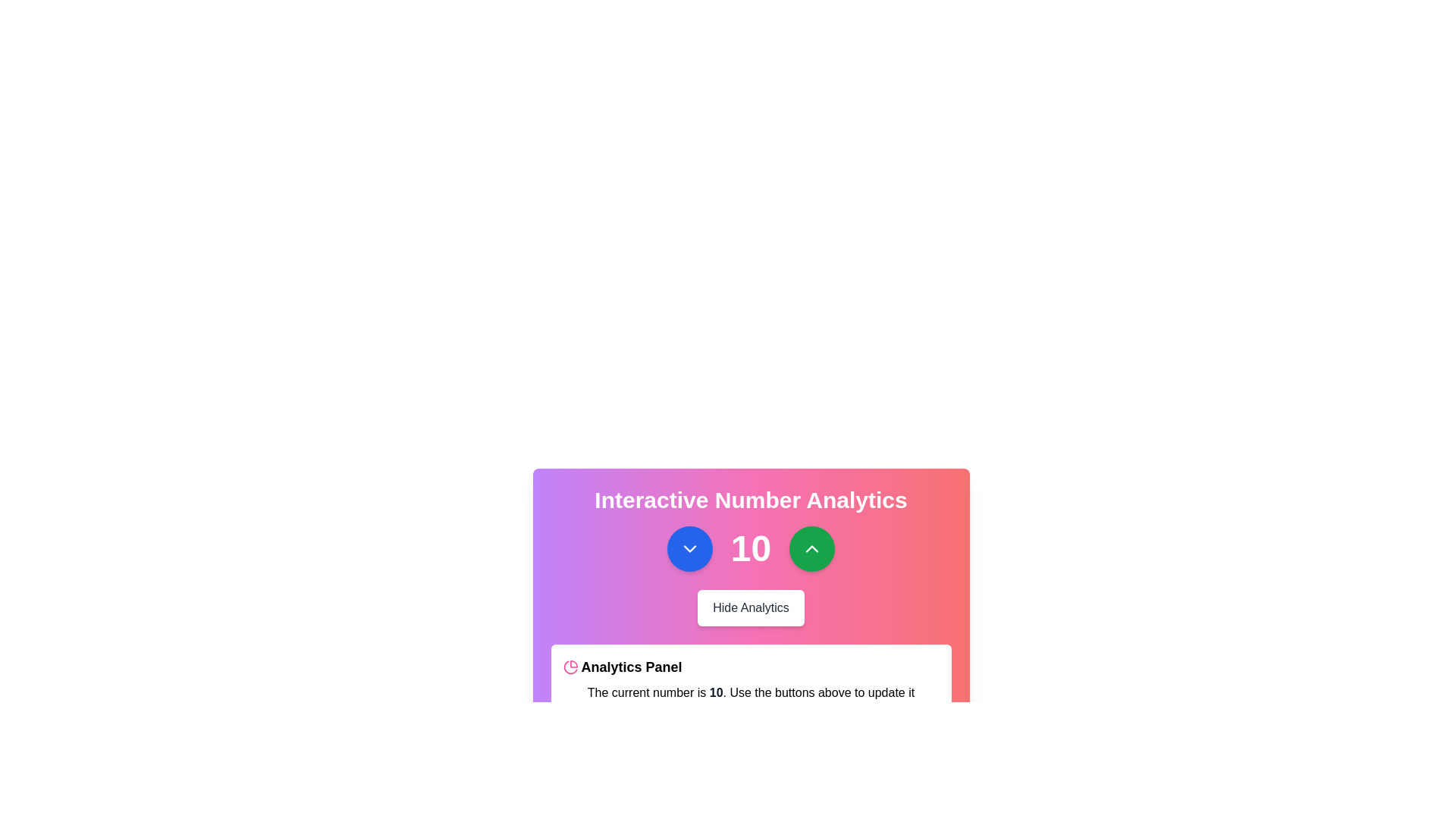 This screenshot has height=819, width=1456. I want to click on the circular pink pie-chart icon associated with the 'Analytics Panel' text label in the 'Interactive Number Analytics' section, so click(570, 666).